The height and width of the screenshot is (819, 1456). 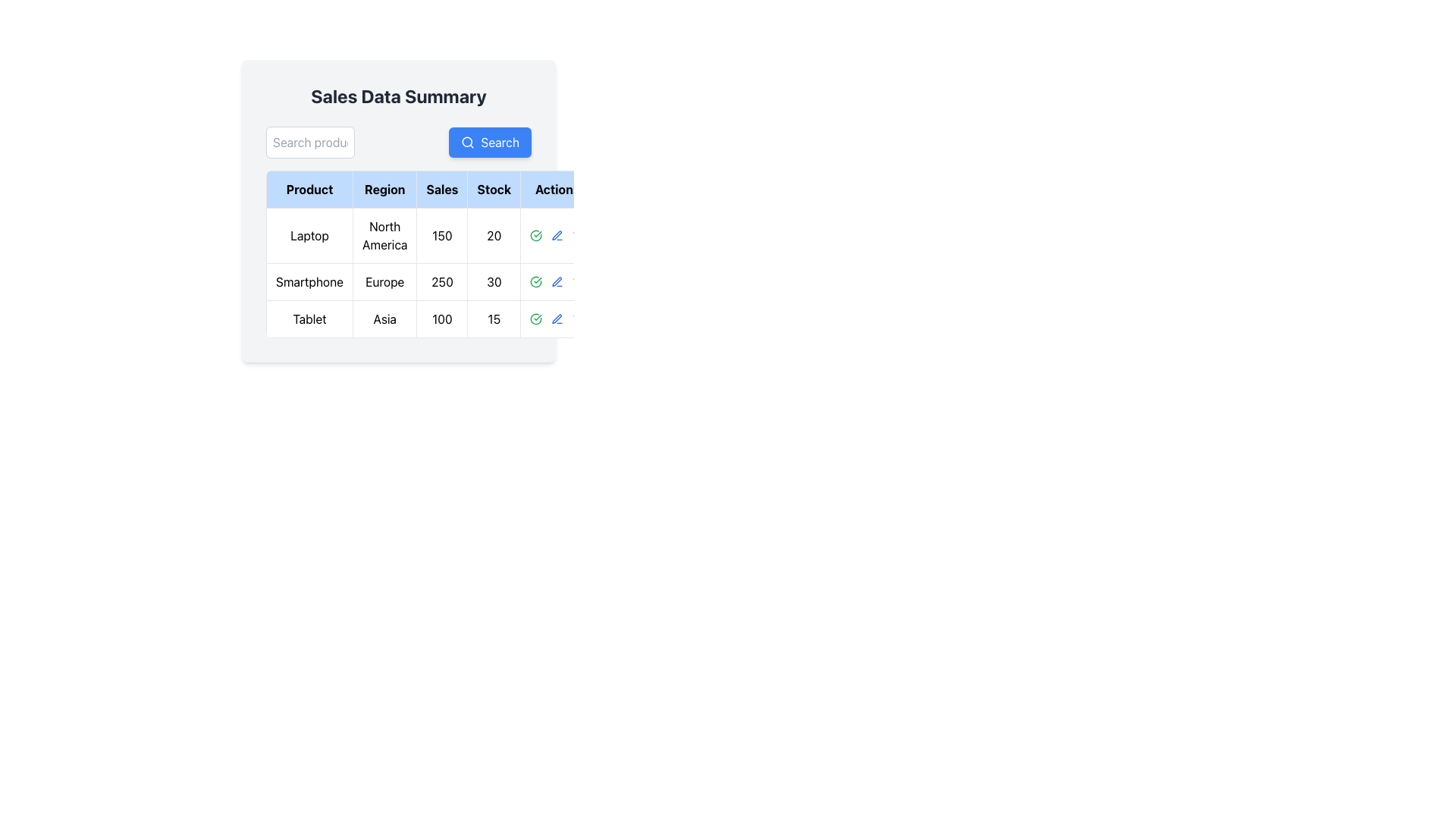 I want to click on text displayed in the Data Cell located under the 'Sales' column, in the row labeled 'Laptop' and aligned with the 'Sales' header, which shows '150', so click(x=441, y=236).